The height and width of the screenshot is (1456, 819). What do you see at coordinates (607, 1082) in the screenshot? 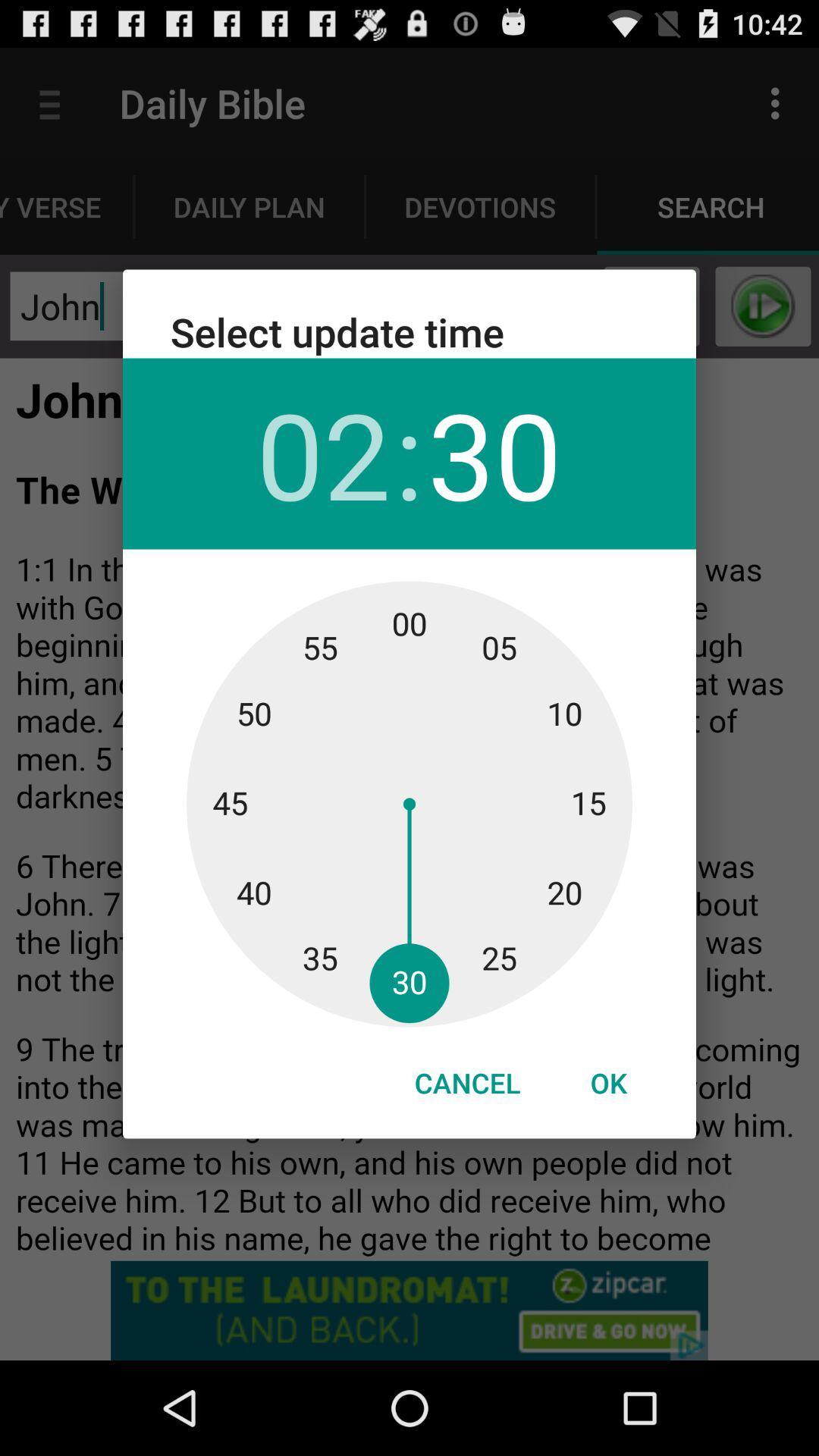
I see `ok` at bounding box center [607, 1082].